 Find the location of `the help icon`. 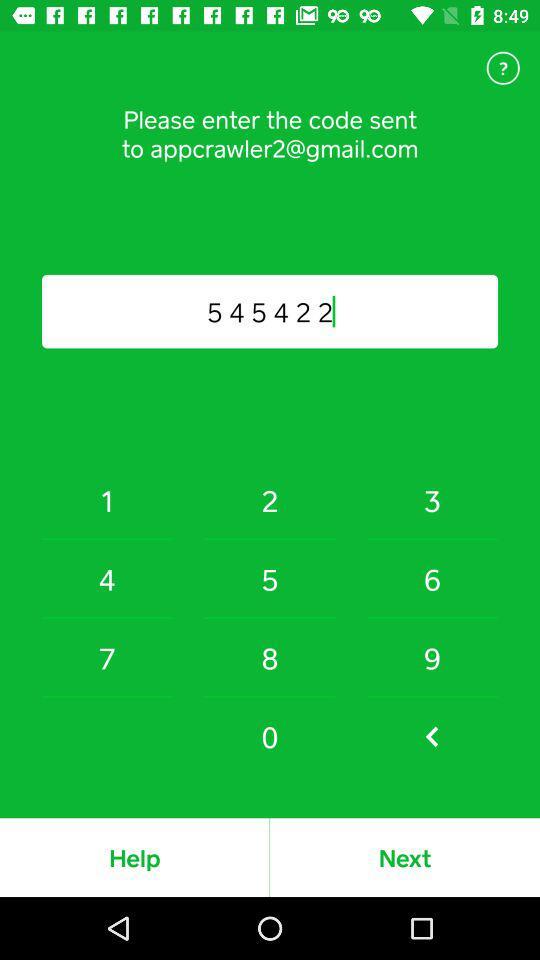

the help icon is located at coordinates (502, 68).